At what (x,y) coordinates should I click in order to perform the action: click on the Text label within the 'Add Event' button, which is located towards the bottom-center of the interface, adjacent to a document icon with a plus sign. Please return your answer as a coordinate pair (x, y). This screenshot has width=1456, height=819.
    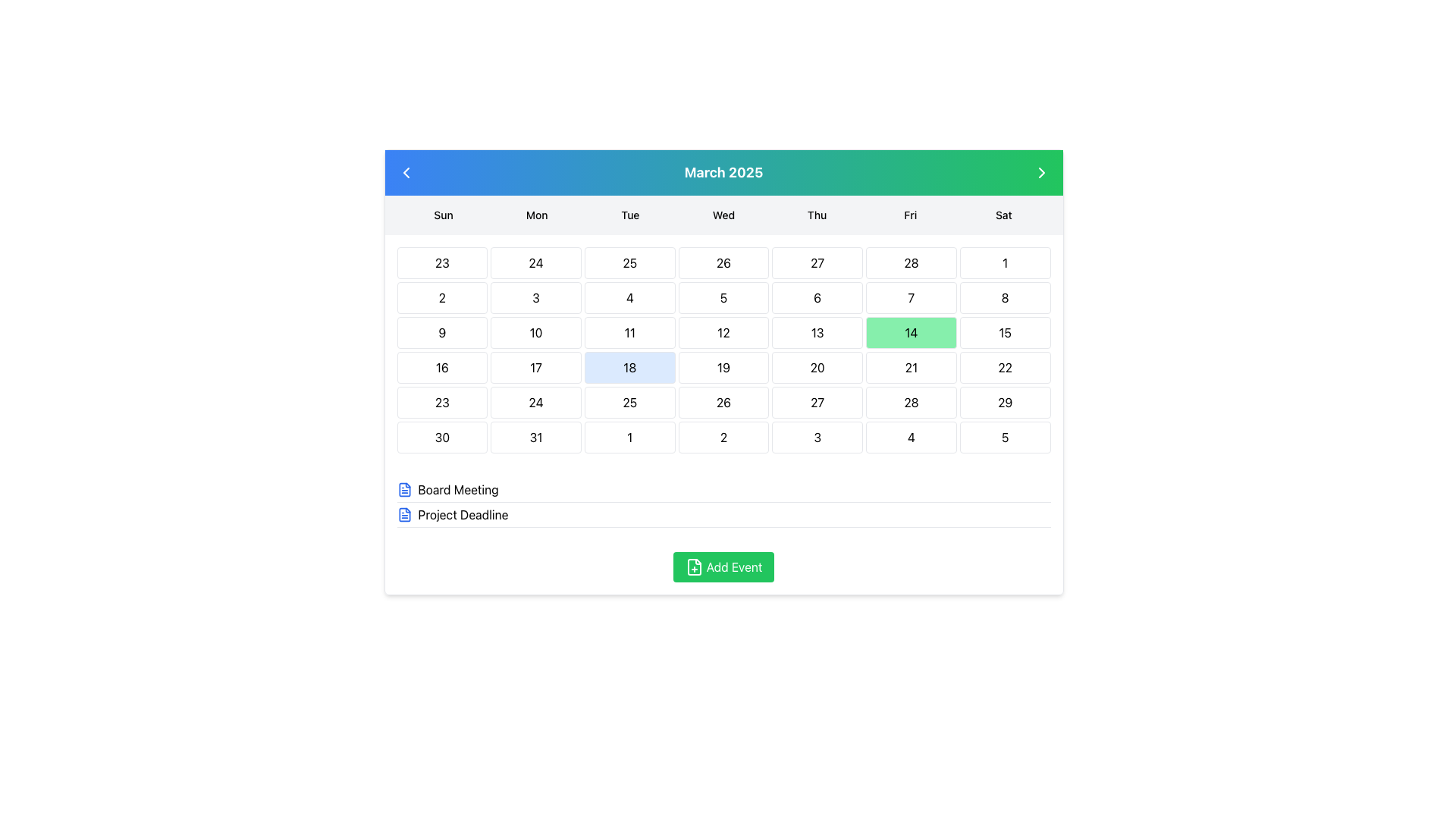
    Looking at the image, I should click on (734, 567).